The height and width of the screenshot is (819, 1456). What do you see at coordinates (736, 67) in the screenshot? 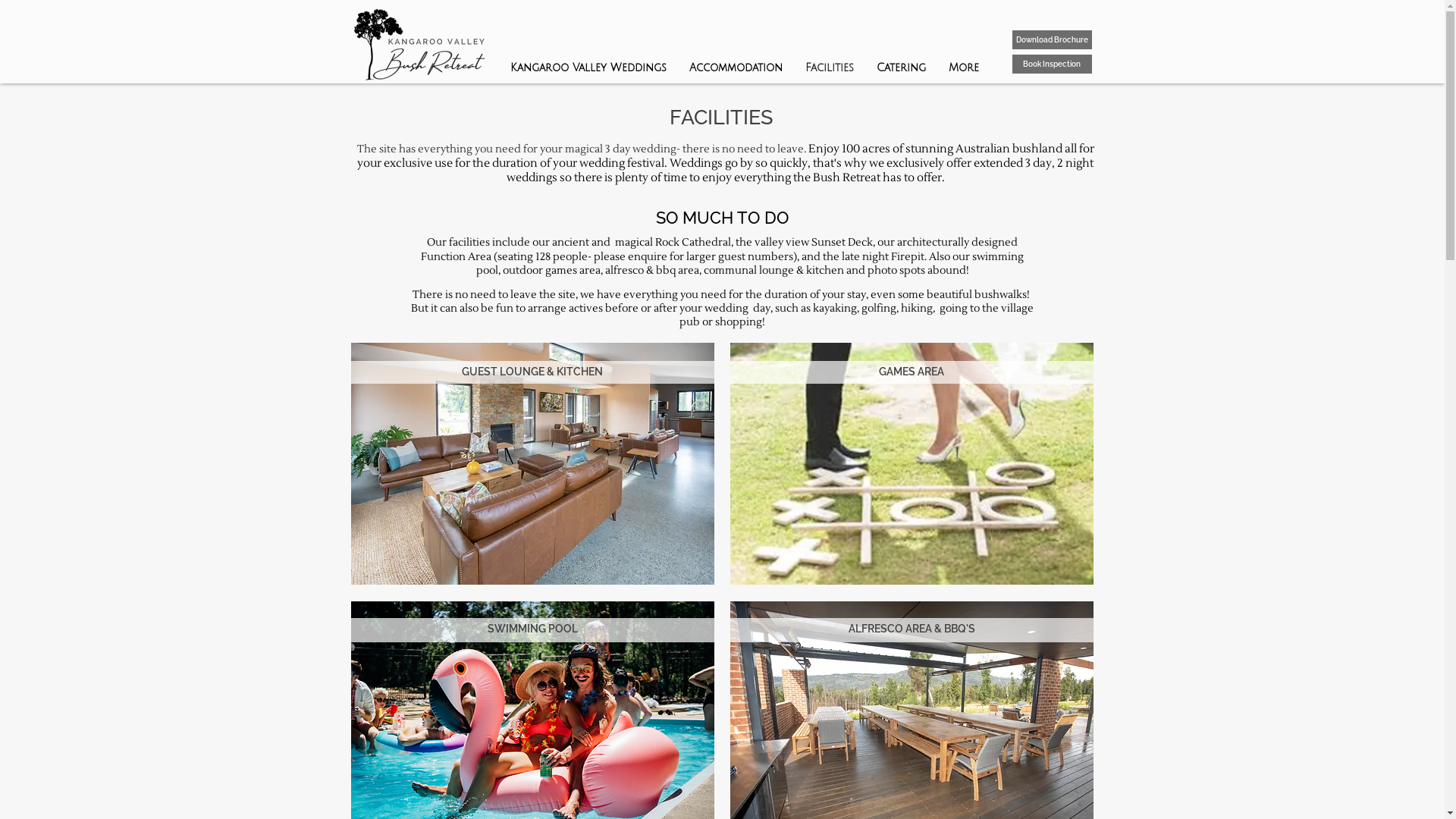
I see `'Accommodation'` at bounding box center [736, 67].